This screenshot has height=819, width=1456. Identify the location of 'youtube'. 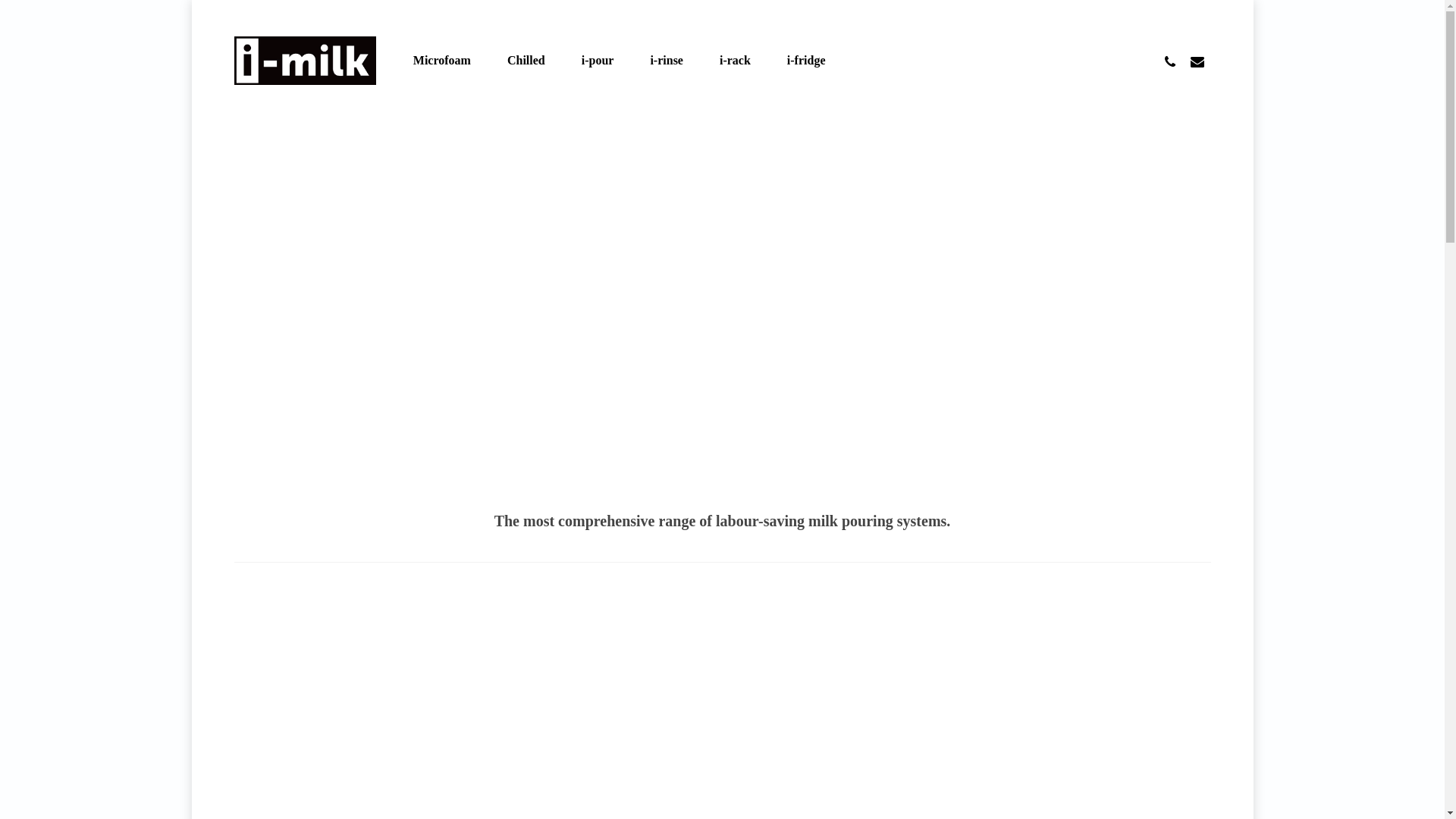
(1166, 792).